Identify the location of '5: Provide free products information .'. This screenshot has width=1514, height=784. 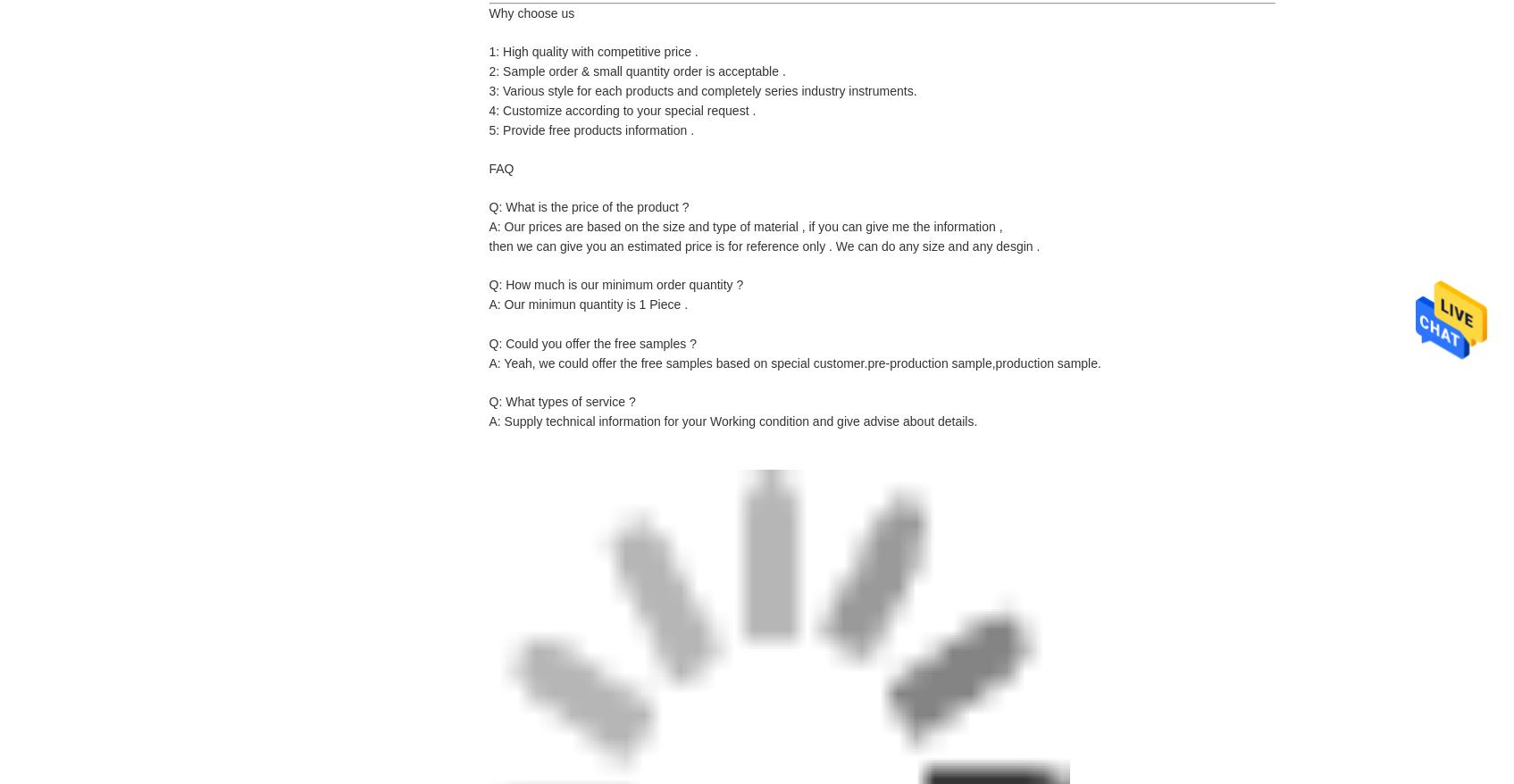
(591, 130).